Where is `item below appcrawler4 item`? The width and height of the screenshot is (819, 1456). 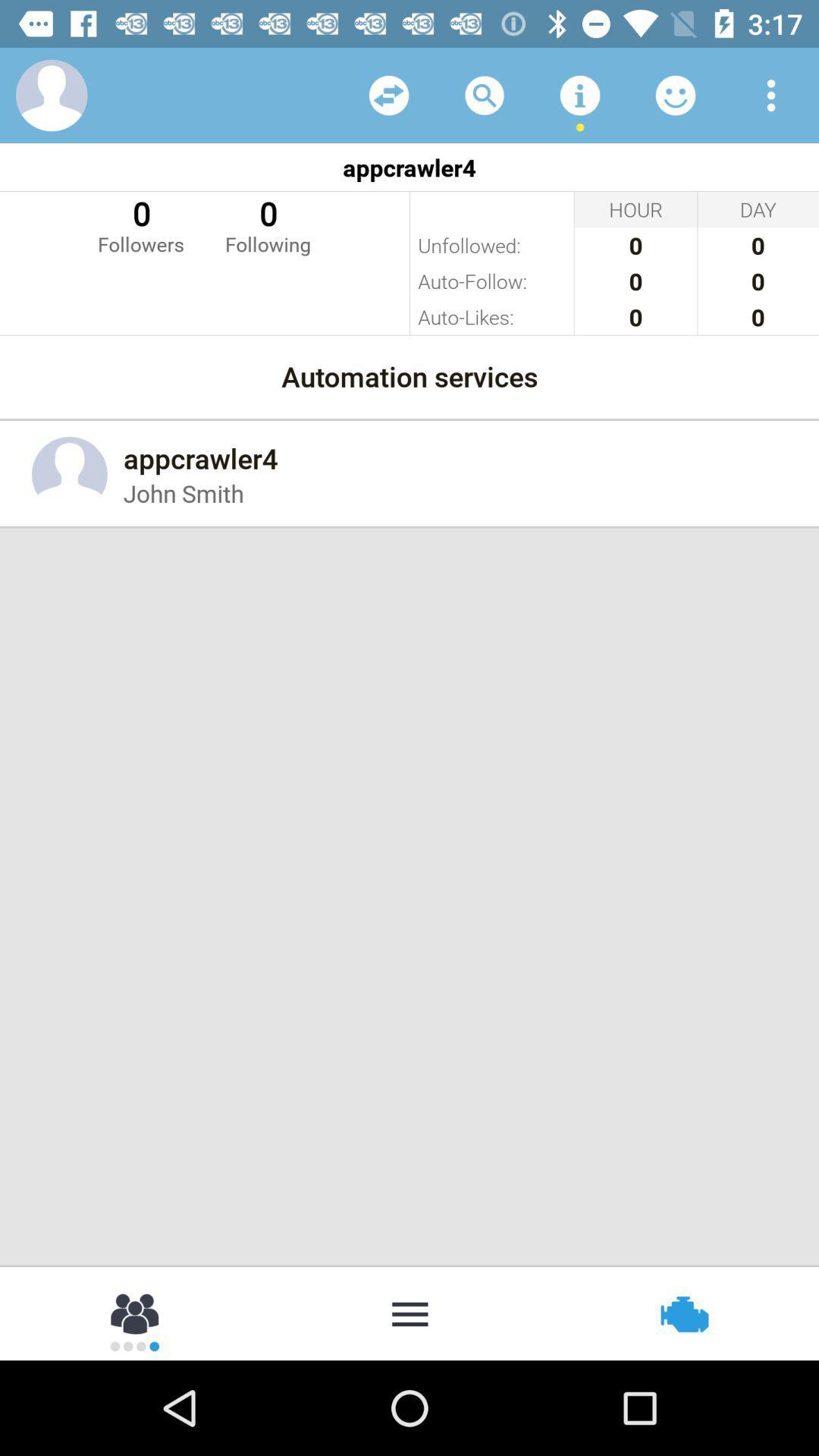
item below appcrawler4 item is located at coordinates (267, 224).